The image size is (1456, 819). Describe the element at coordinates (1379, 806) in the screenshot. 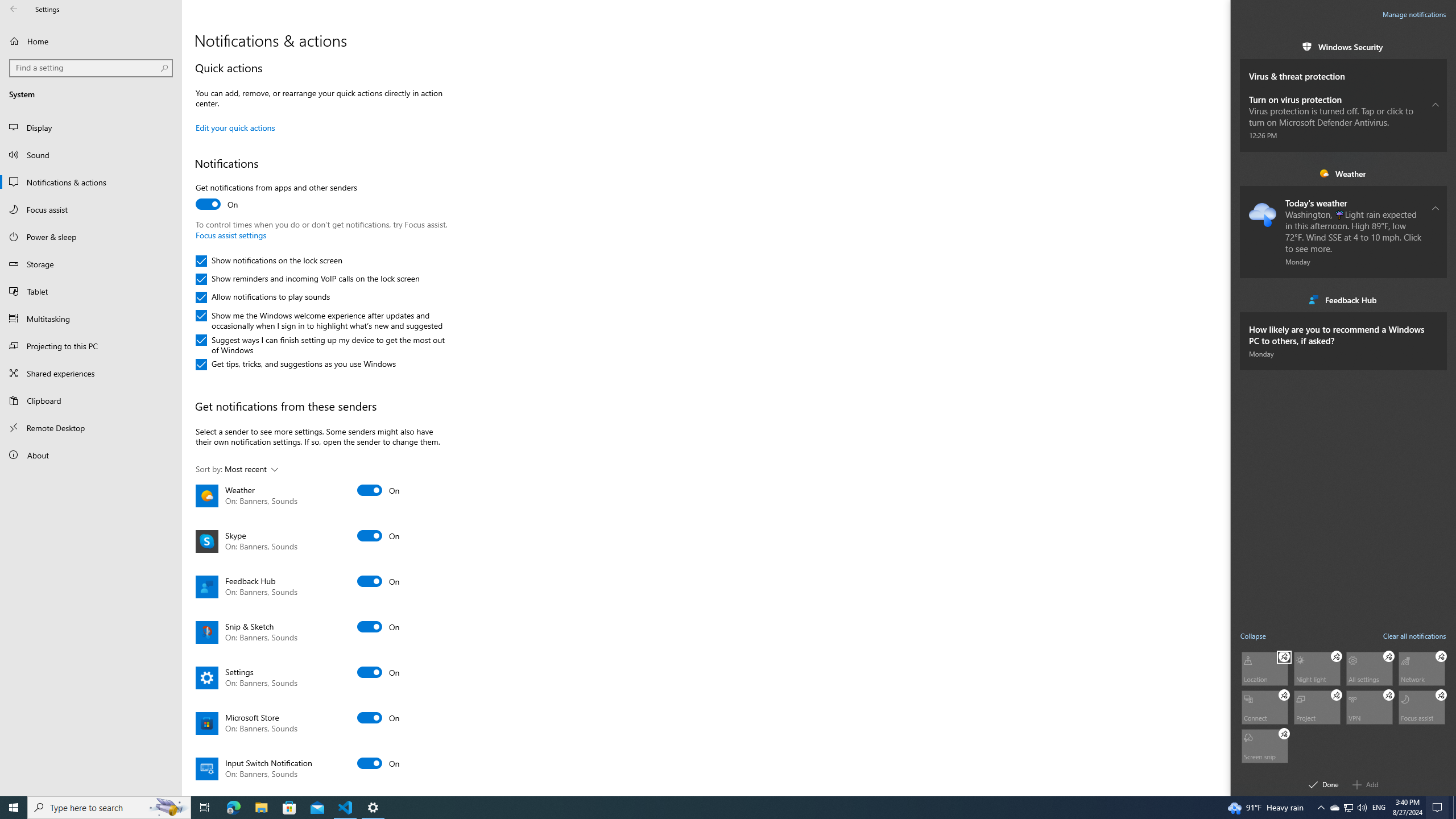

I see `'Tray Input Indicator - English (United States)'` at that location.